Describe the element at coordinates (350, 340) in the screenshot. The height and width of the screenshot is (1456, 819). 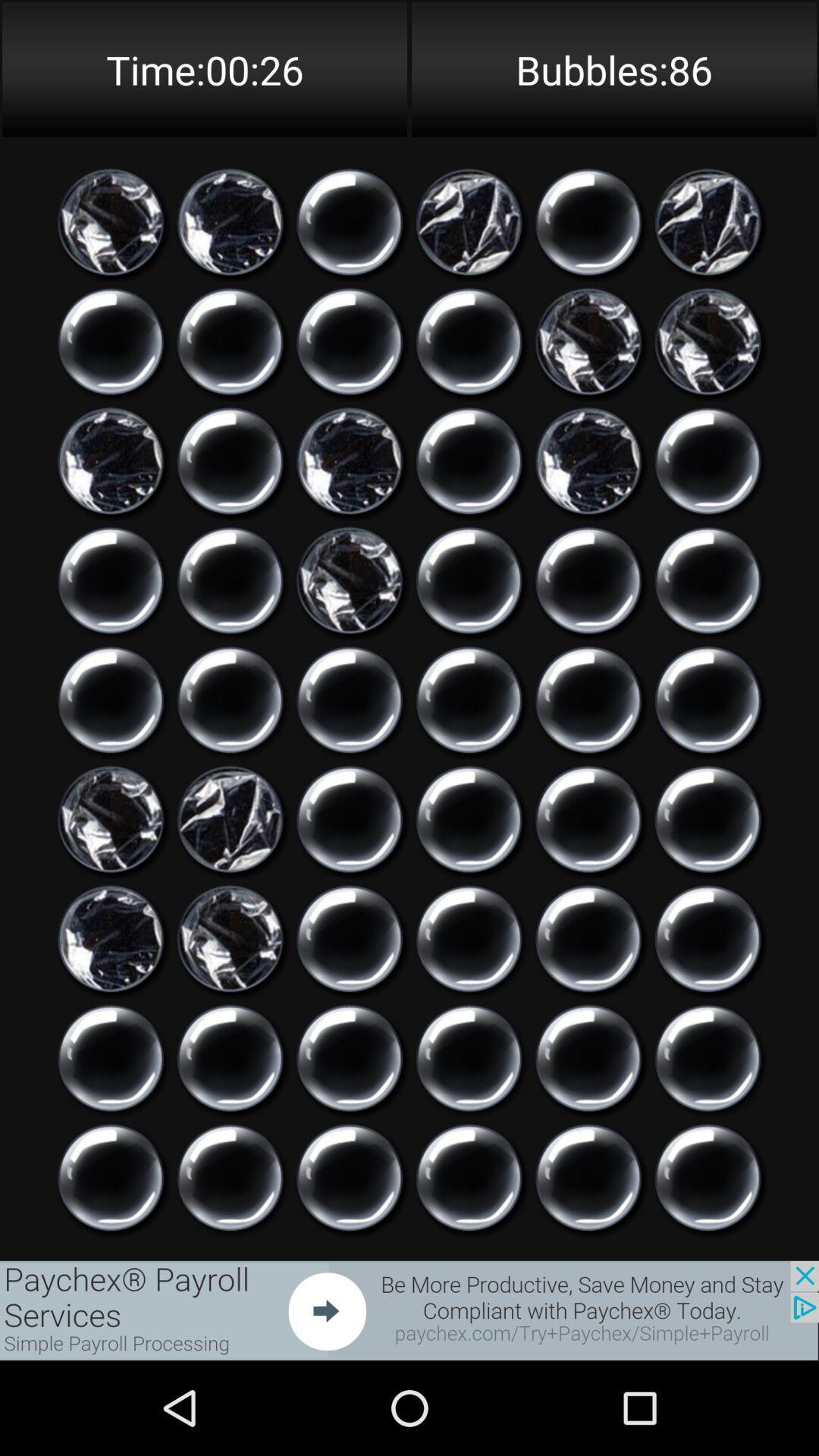
I see `click bubble` at that location.